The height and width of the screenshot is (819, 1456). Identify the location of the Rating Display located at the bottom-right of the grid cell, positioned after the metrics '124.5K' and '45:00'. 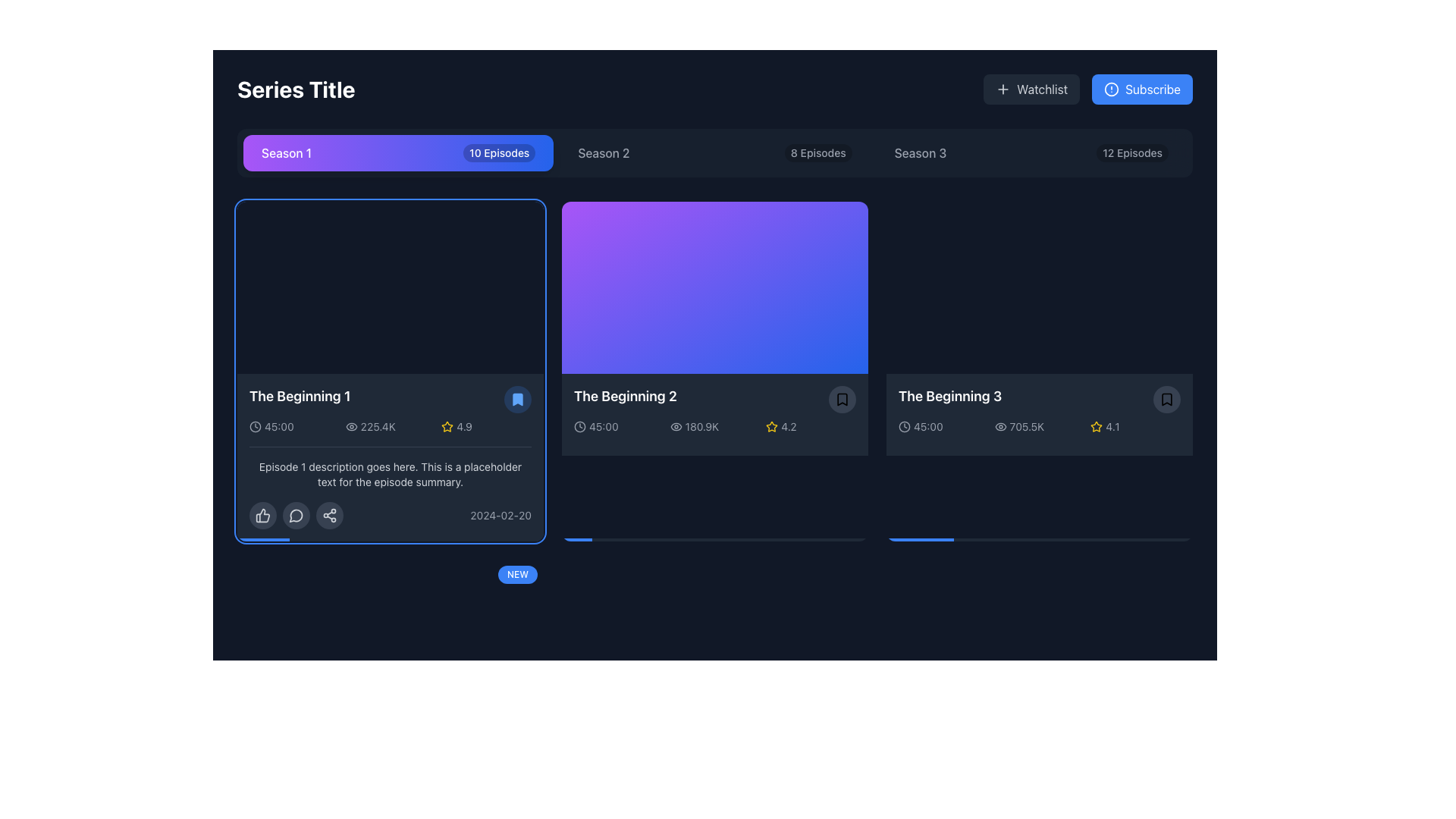
(486, 785).